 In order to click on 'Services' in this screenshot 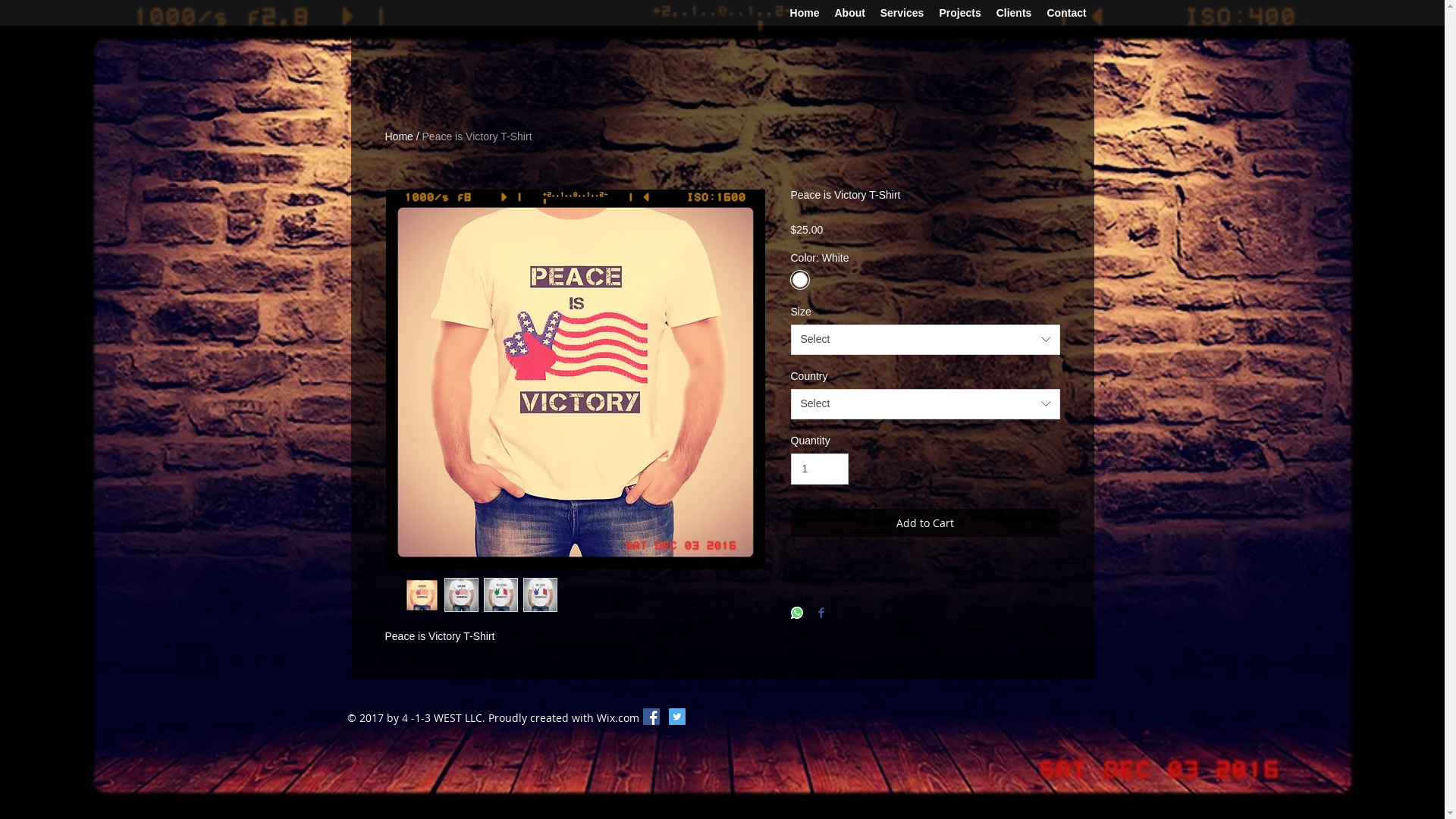, I will do `click(902, 13)`.